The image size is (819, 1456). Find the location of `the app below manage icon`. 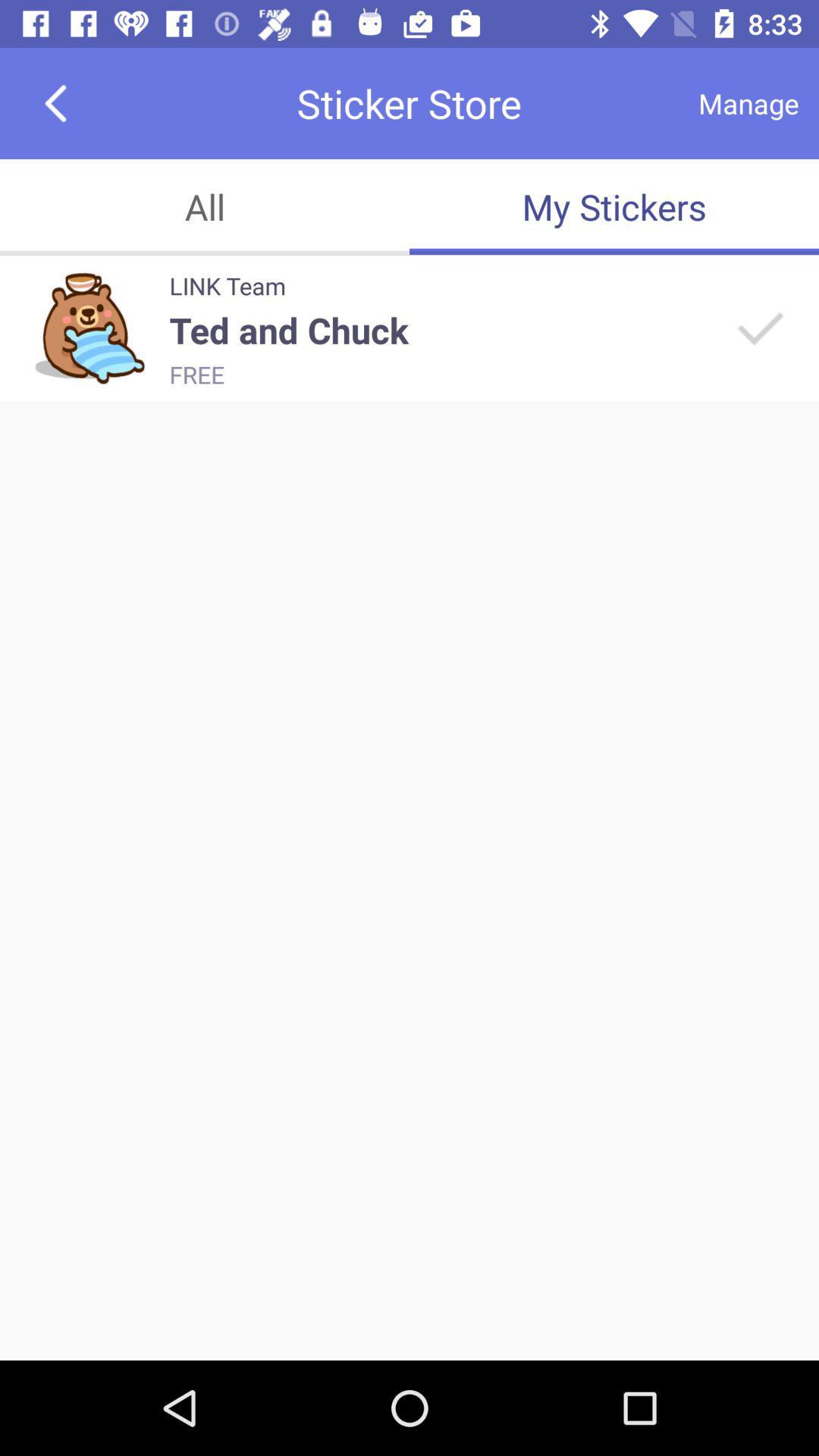

the app below manage icon is located at coordinates (614, 206).